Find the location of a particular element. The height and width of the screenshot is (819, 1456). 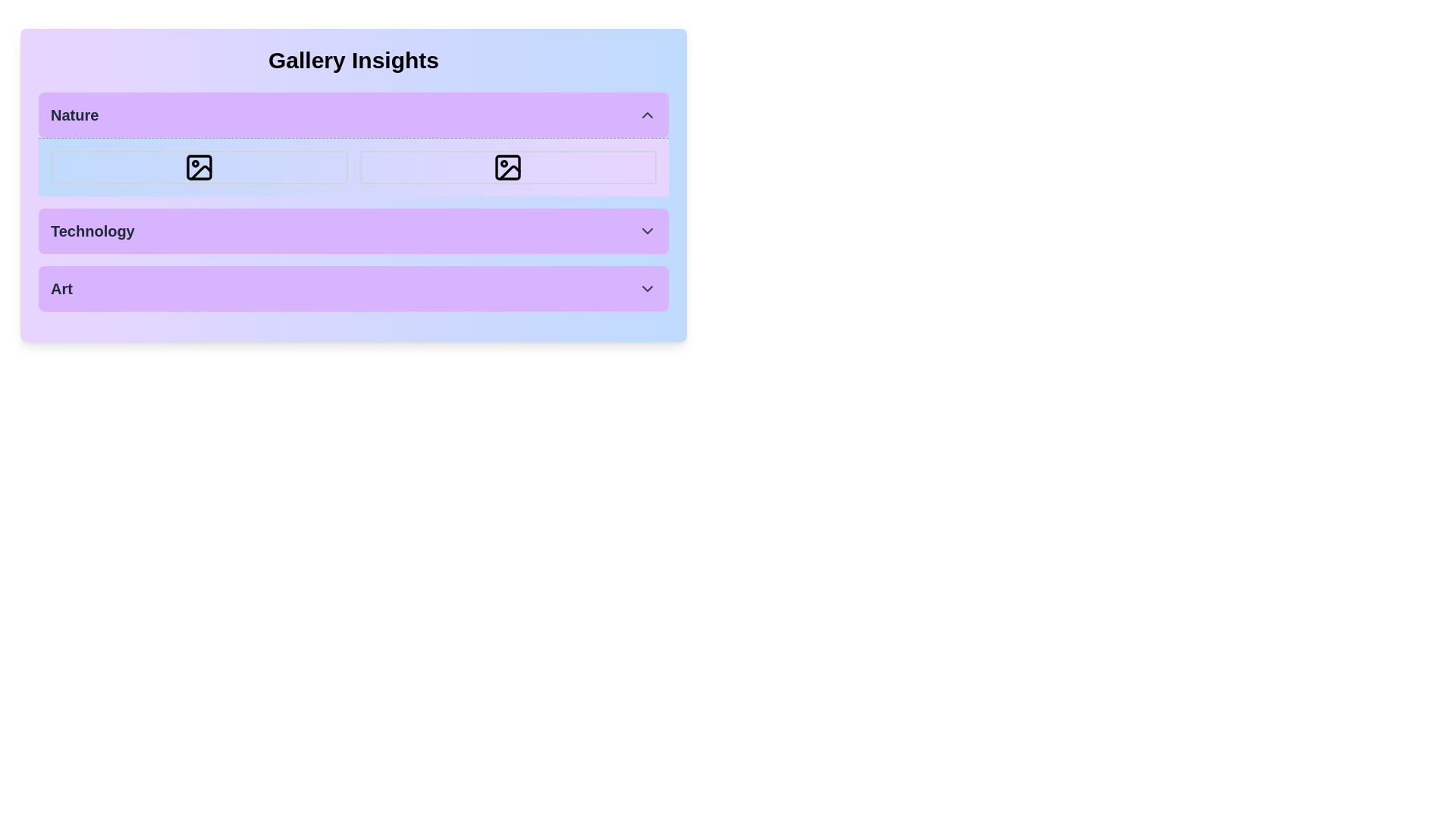

text label/heading that introduces the gallery insights theme, located at the top of the group and centered horizontally is located at coordinates (353, 60).